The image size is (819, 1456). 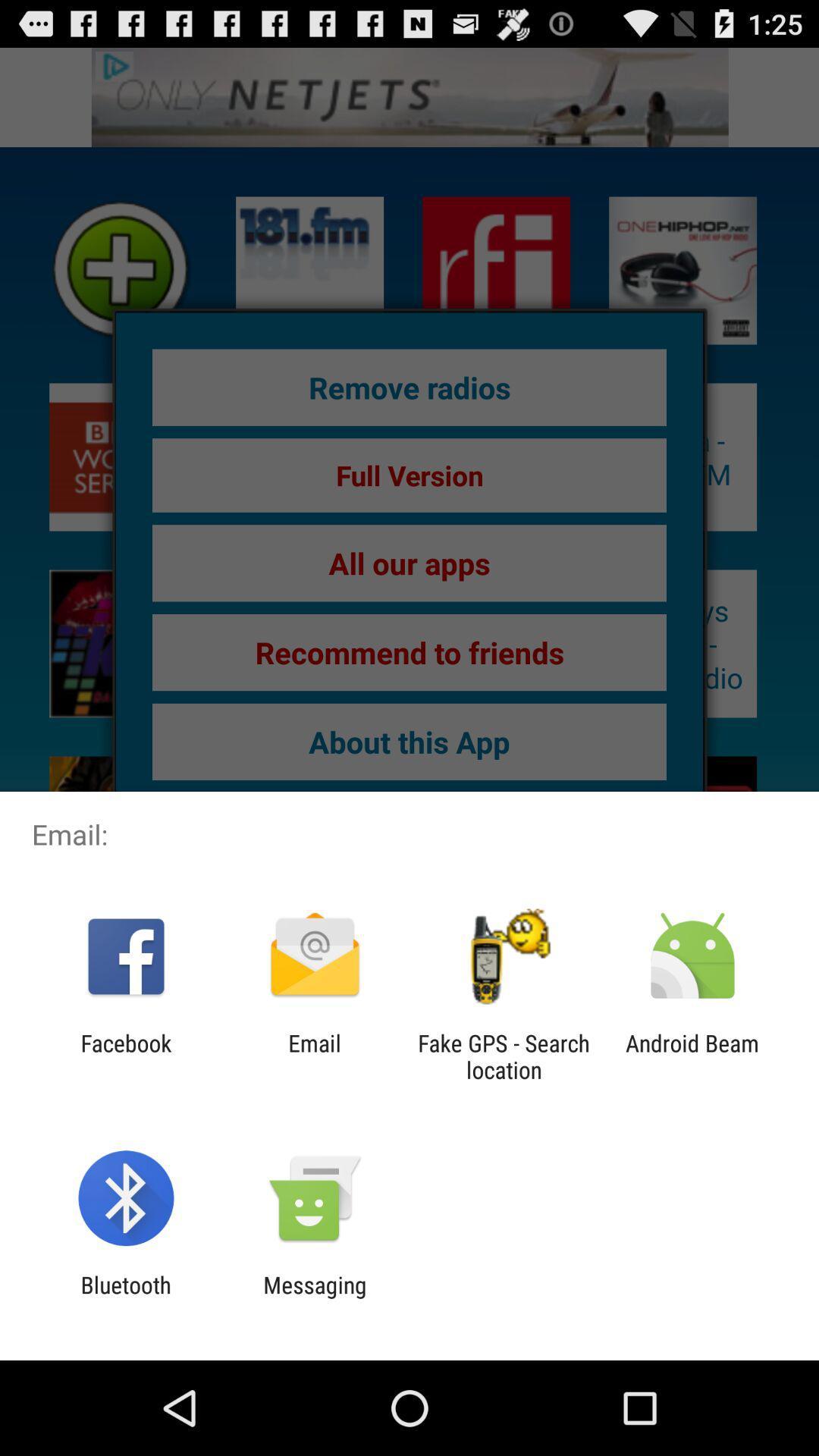 What do you see at coordinates (314, 1298) in the screenshot?
I see `item next to the bluetooth icon` at bounding box center [314, 1298].